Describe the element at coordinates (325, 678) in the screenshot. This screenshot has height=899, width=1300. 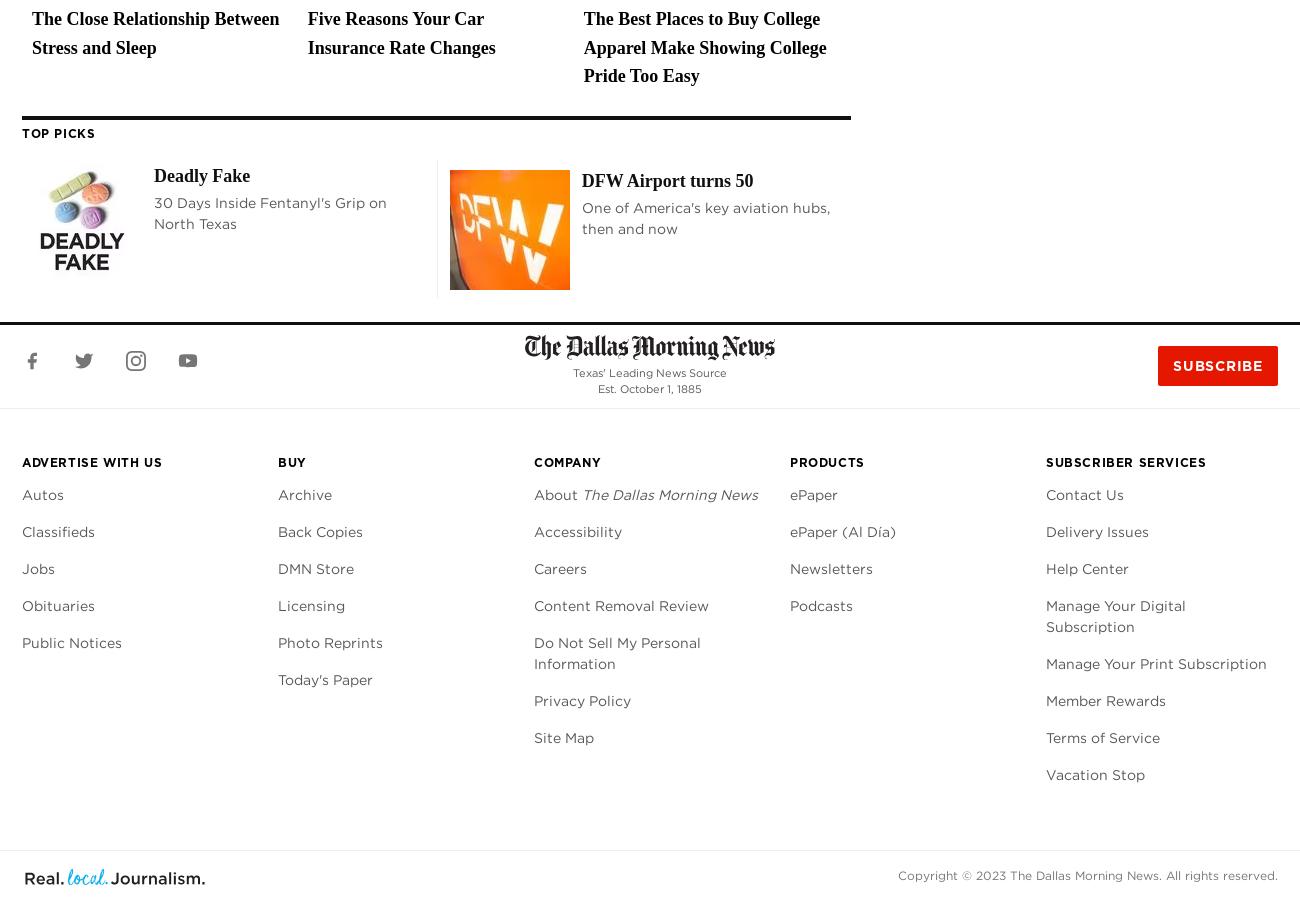
I see `'Today's Paper'` at that location.